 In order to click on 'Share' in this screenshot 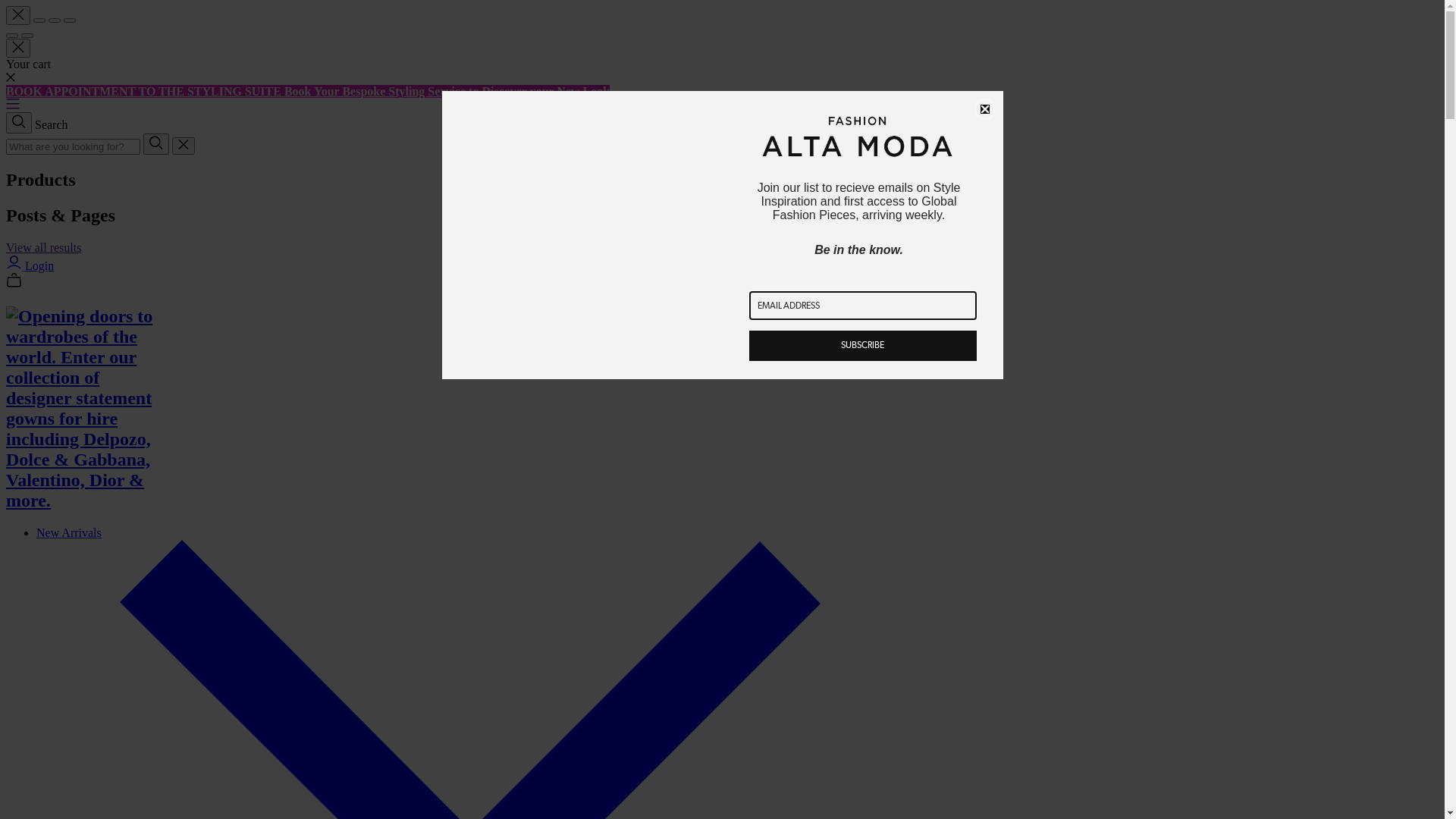, I will do `click(39, 20)`.